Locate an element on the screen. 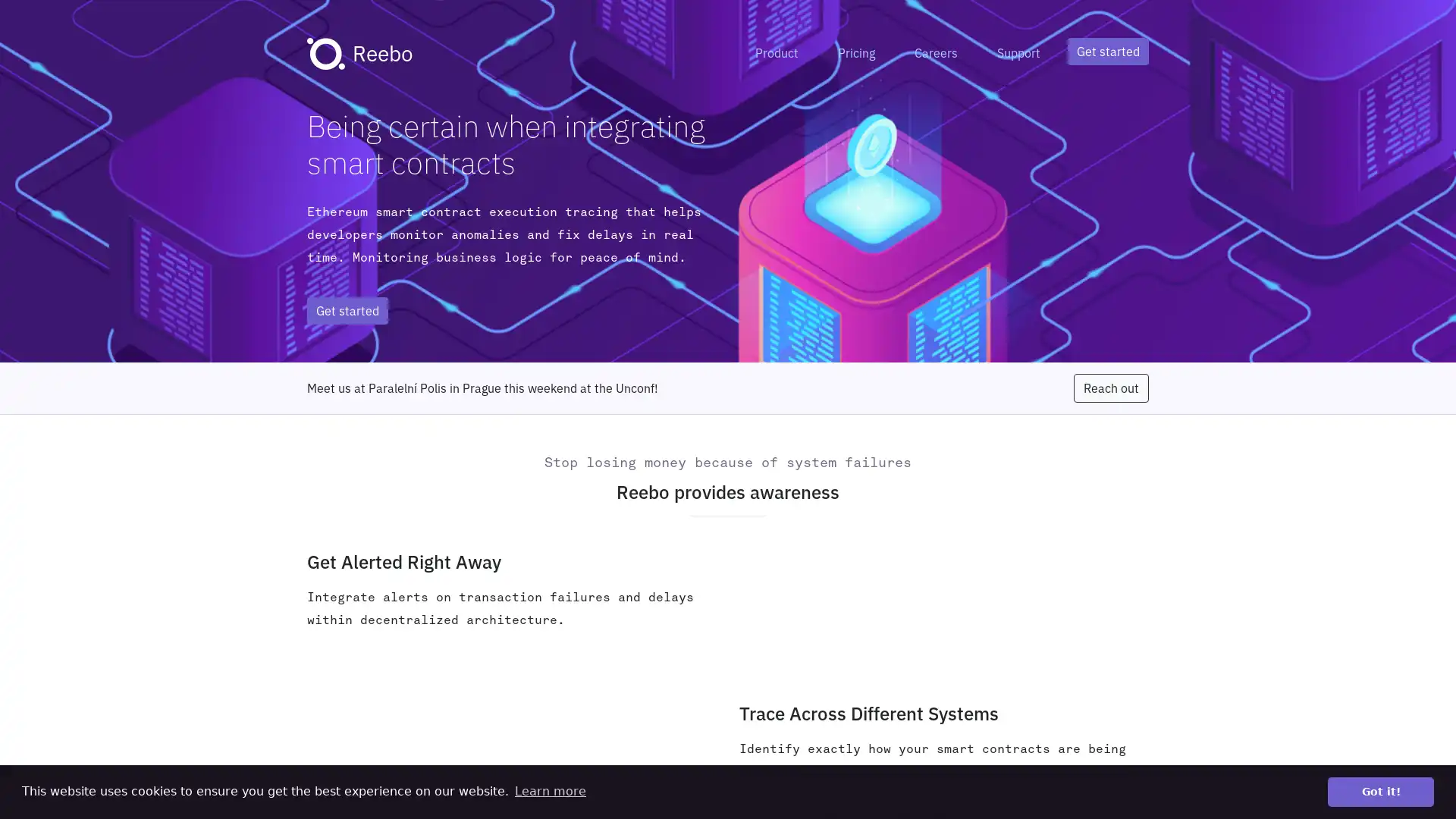  dismiss cookie message is located at coordinates (1380, 791).